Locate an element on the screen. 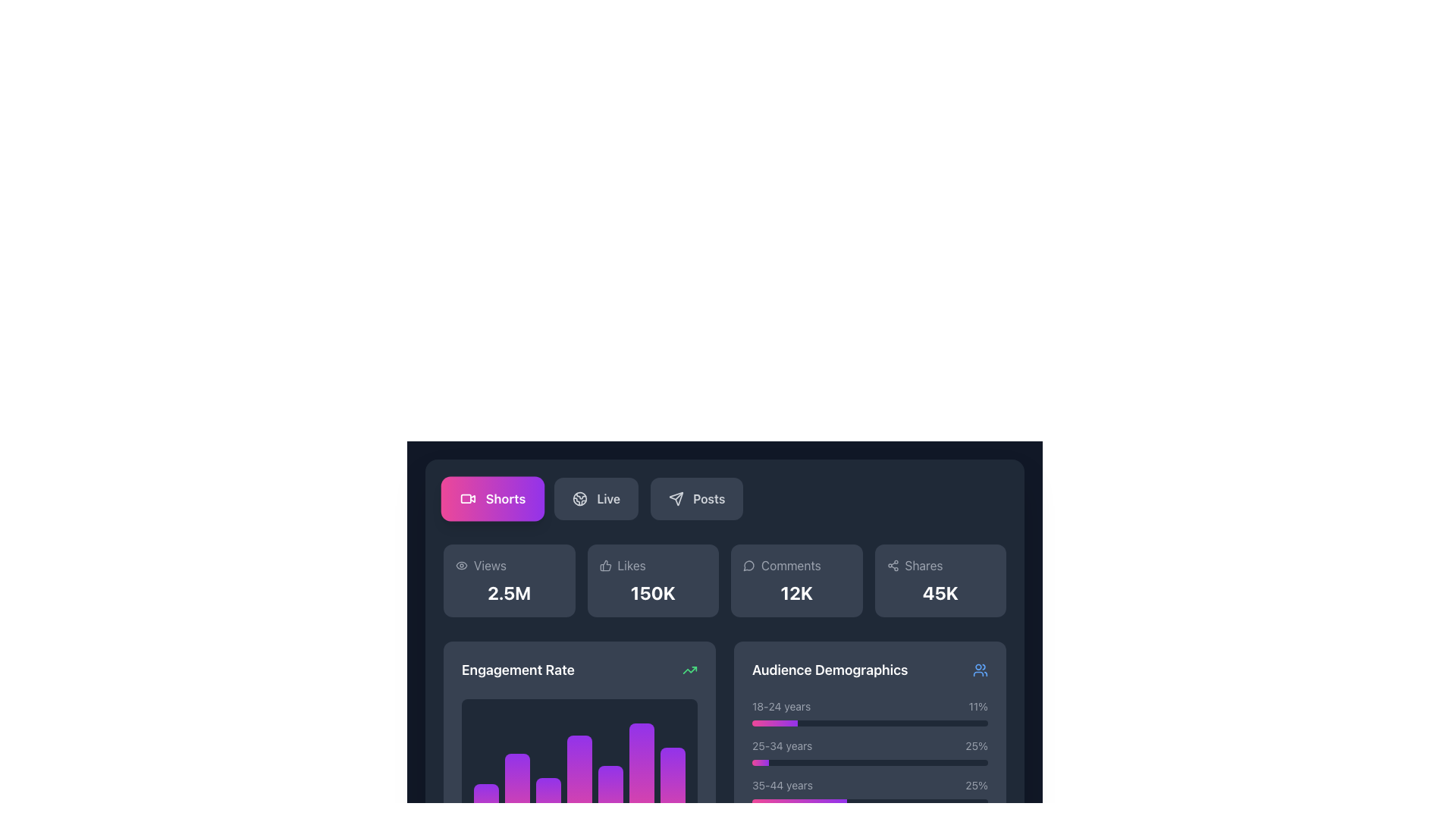 This screenshot has height=819, width=1456. the text label displaying '11%' that is styled in gray and positioned to the right of the '18-24 years' demographic label in the 'Audience Demographics' section of the dashboard is located at coordinates (978, 707).